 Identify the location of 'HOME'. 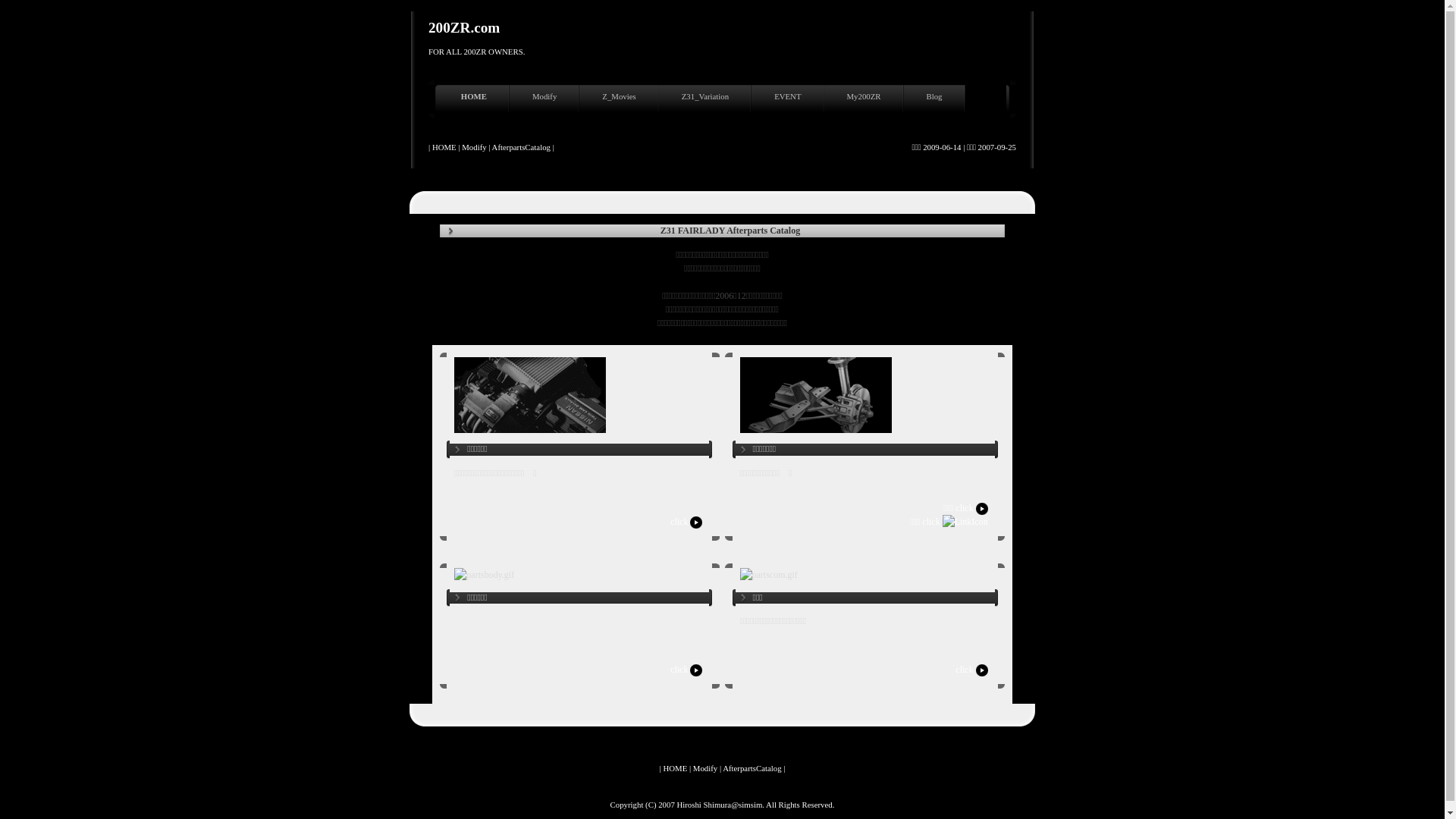
(443, 146).